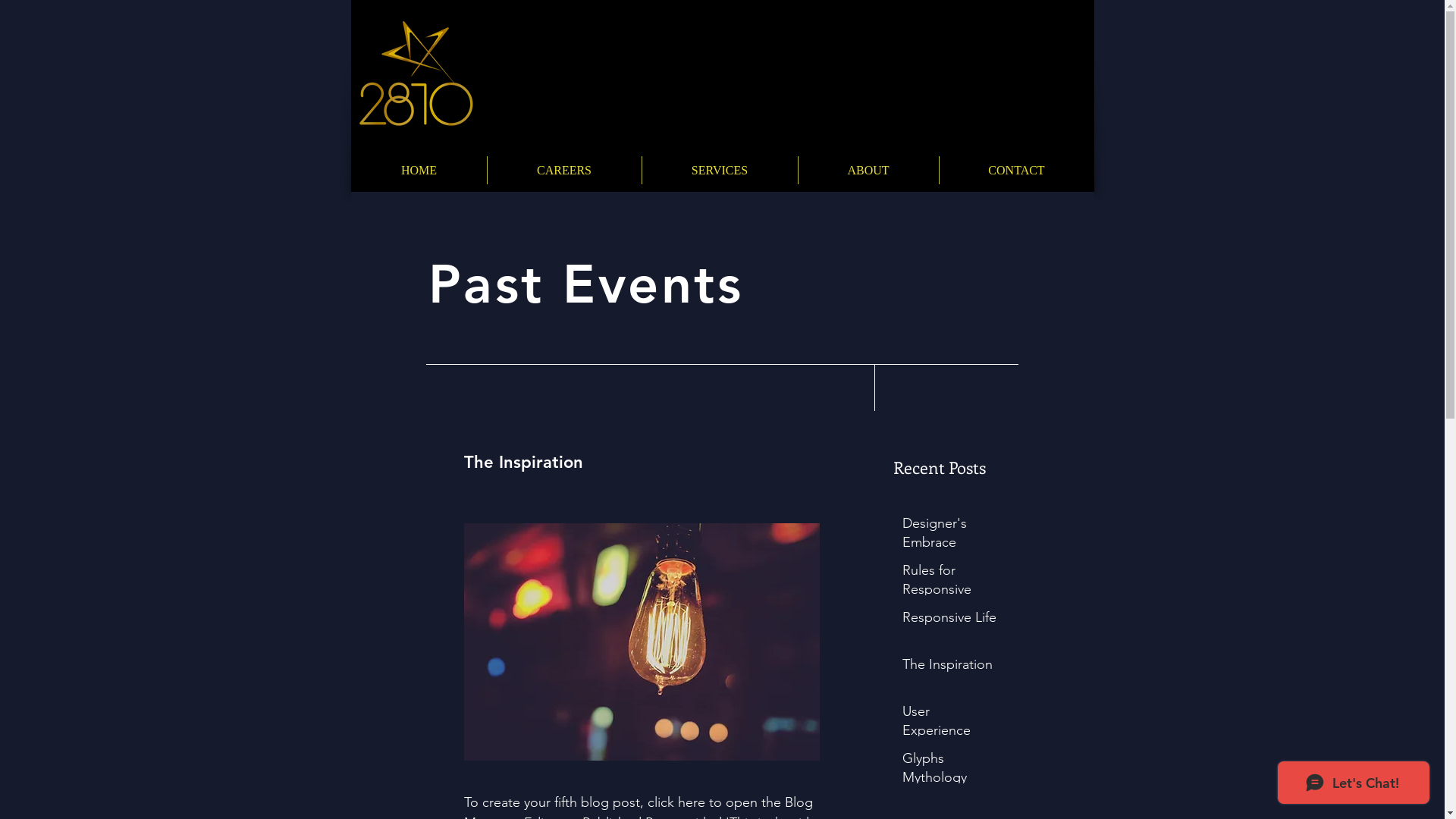 This screenshot has height=819, width=1456. I want to click on 'CONTACT', so click(938, 170).